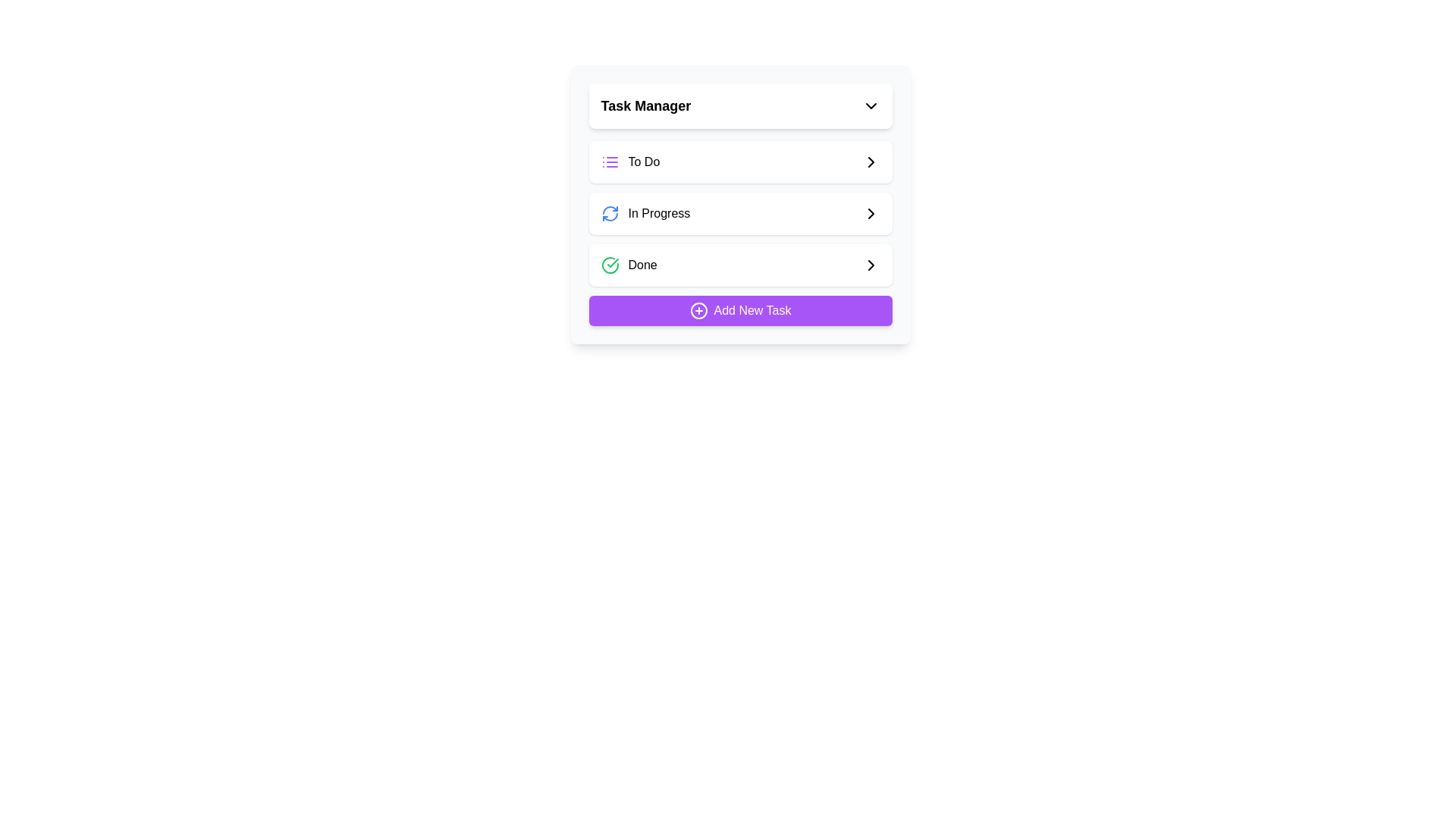 The image size is (1456, 819). I want to click on the interactive list item labeled 'In Progress', so click(740, 213).